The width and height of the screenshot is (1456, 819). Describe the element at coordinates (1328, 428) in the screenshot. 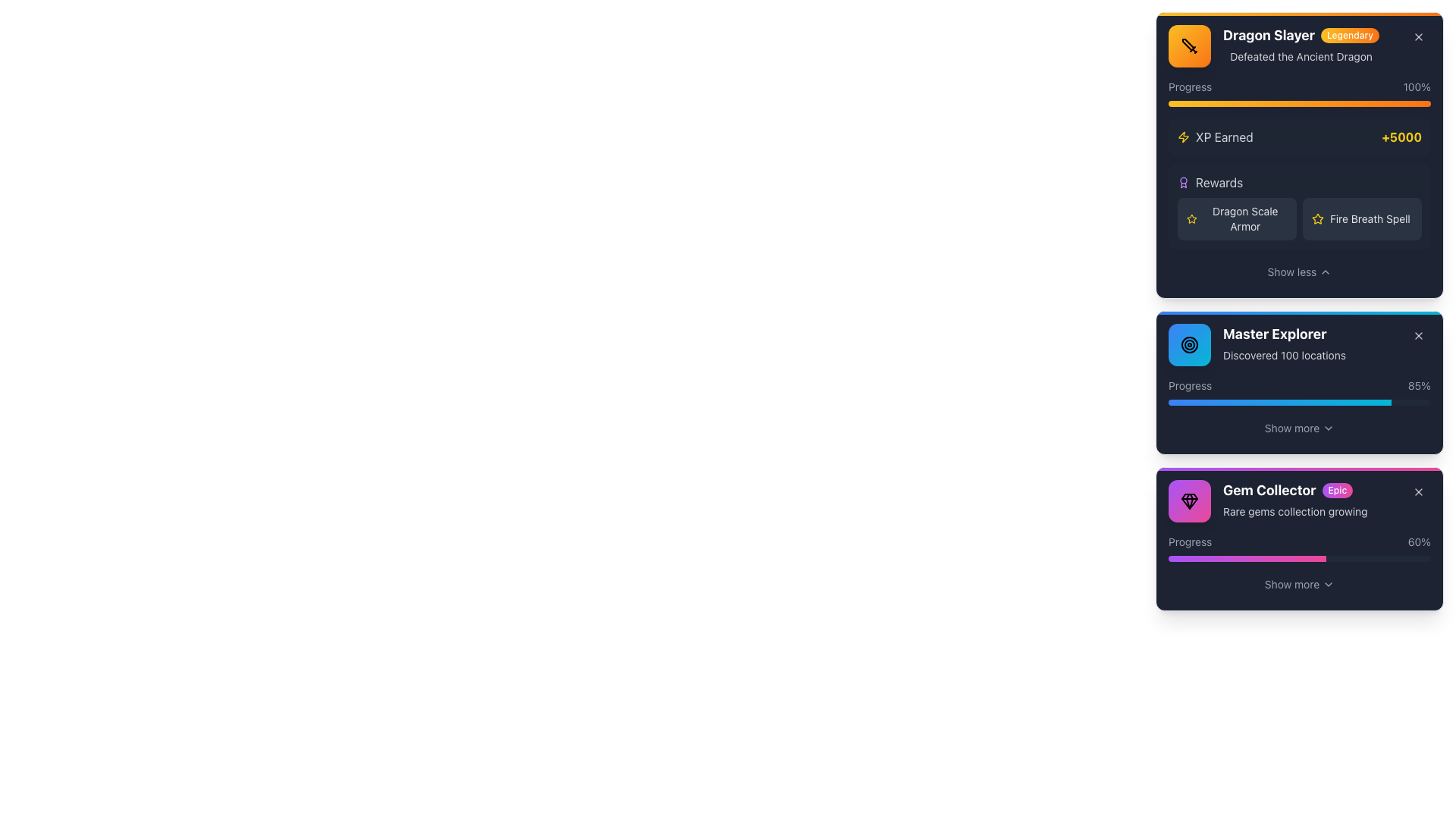

I see `the expand icon located to the right of the 'Show more' text in the bottom-center section of the 'Master Explorer' card` at that location.